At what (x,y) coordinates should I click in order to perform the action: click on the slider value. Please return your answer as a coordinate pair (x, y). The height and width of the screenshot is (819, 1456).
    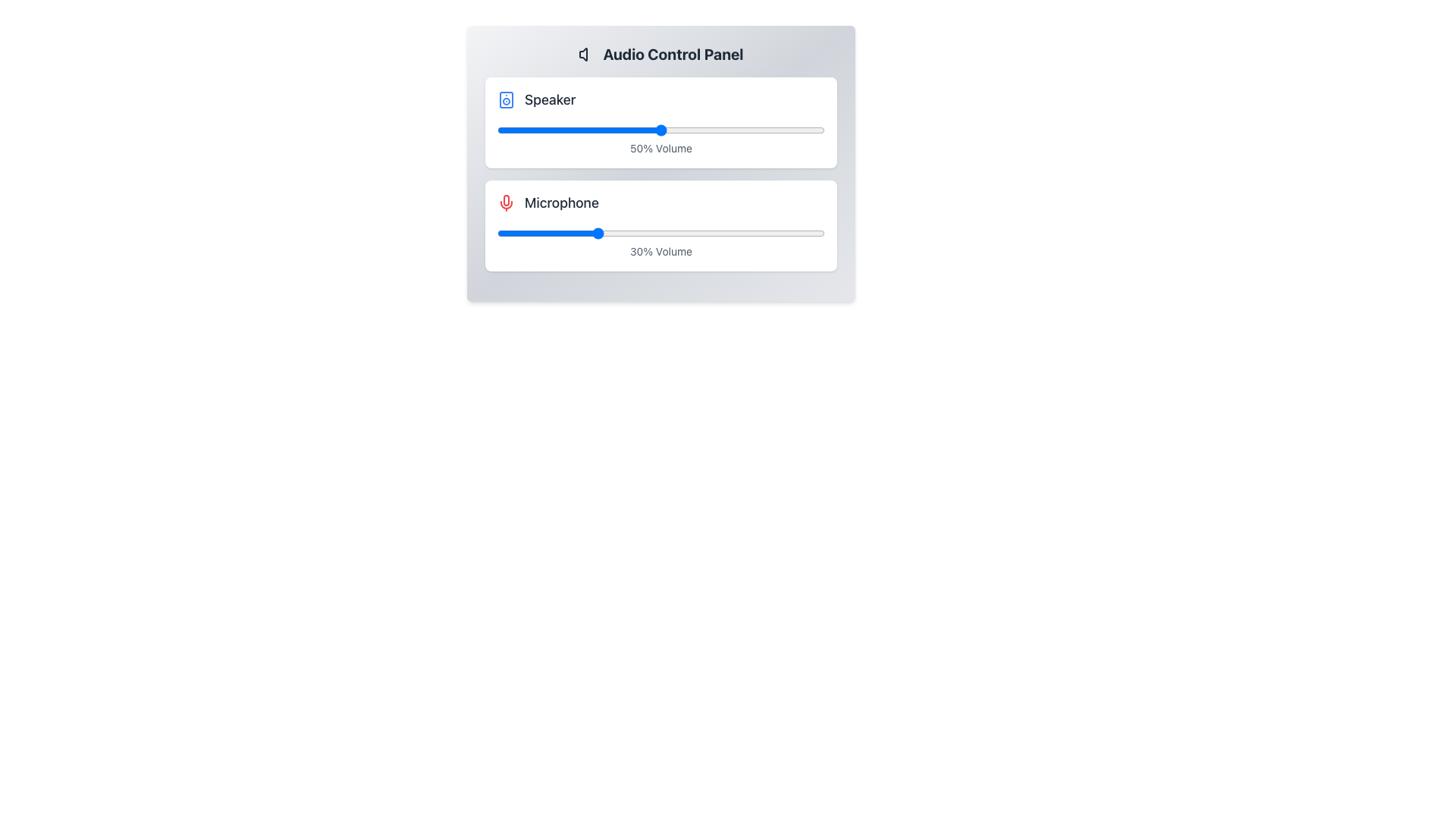
    Looking at the image, I should click on (507, 130).